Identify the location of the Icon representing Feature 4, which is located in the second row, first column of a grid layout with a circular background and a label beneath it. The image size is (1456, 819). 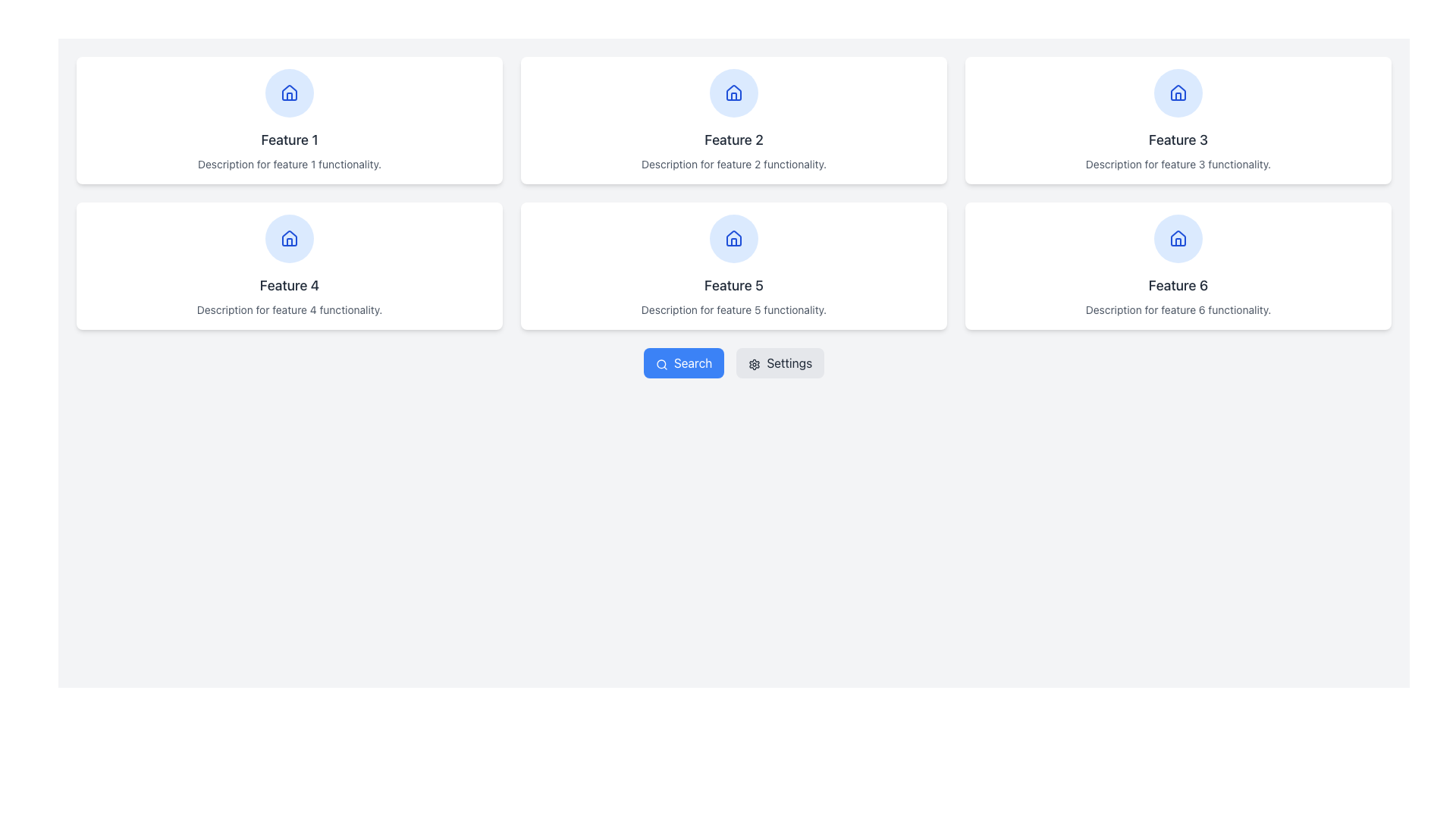
(290, 239).